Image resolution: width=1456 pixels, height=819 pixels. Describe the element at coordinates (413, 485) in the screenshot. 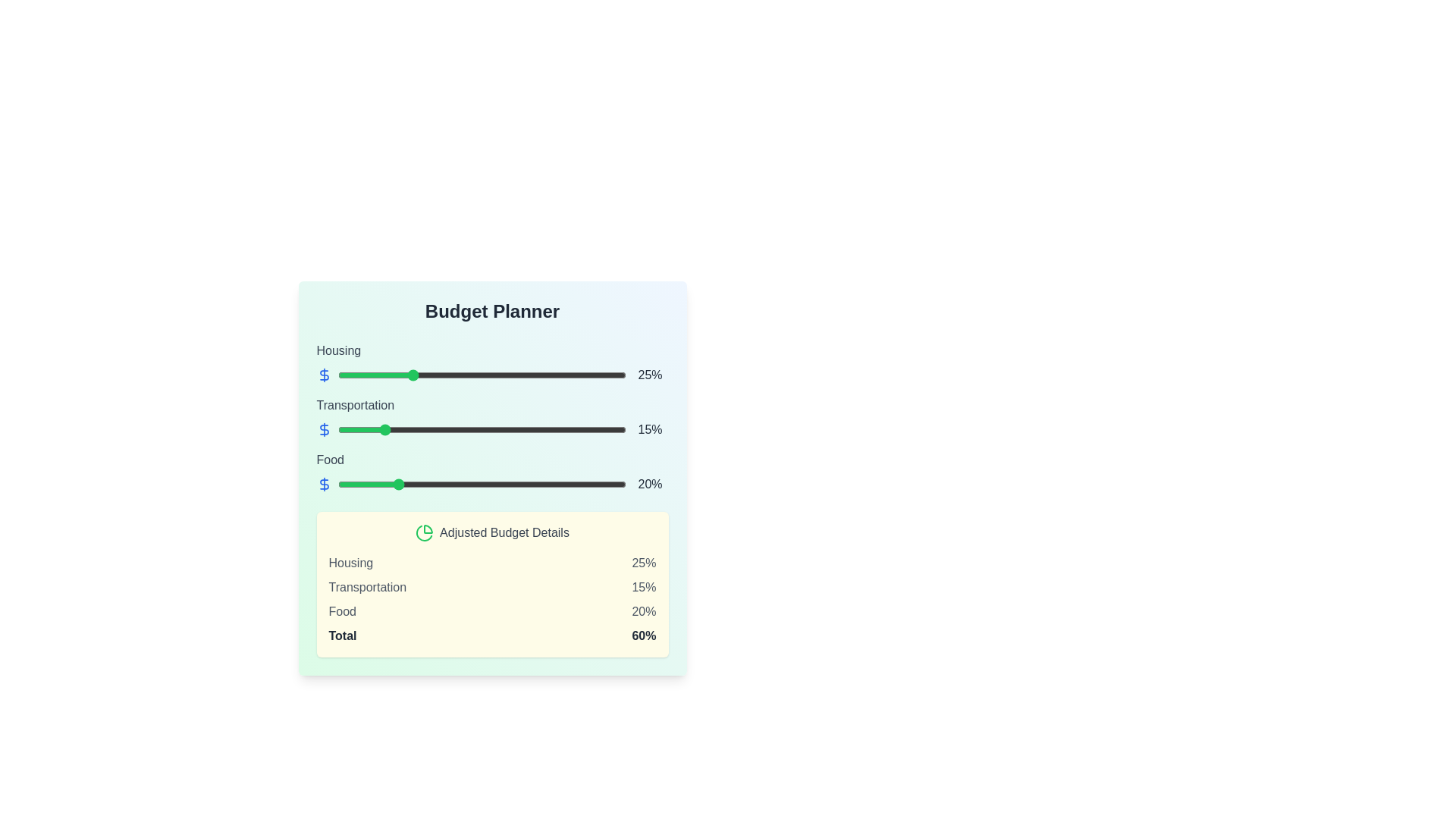

I see `the slider value` at that location.